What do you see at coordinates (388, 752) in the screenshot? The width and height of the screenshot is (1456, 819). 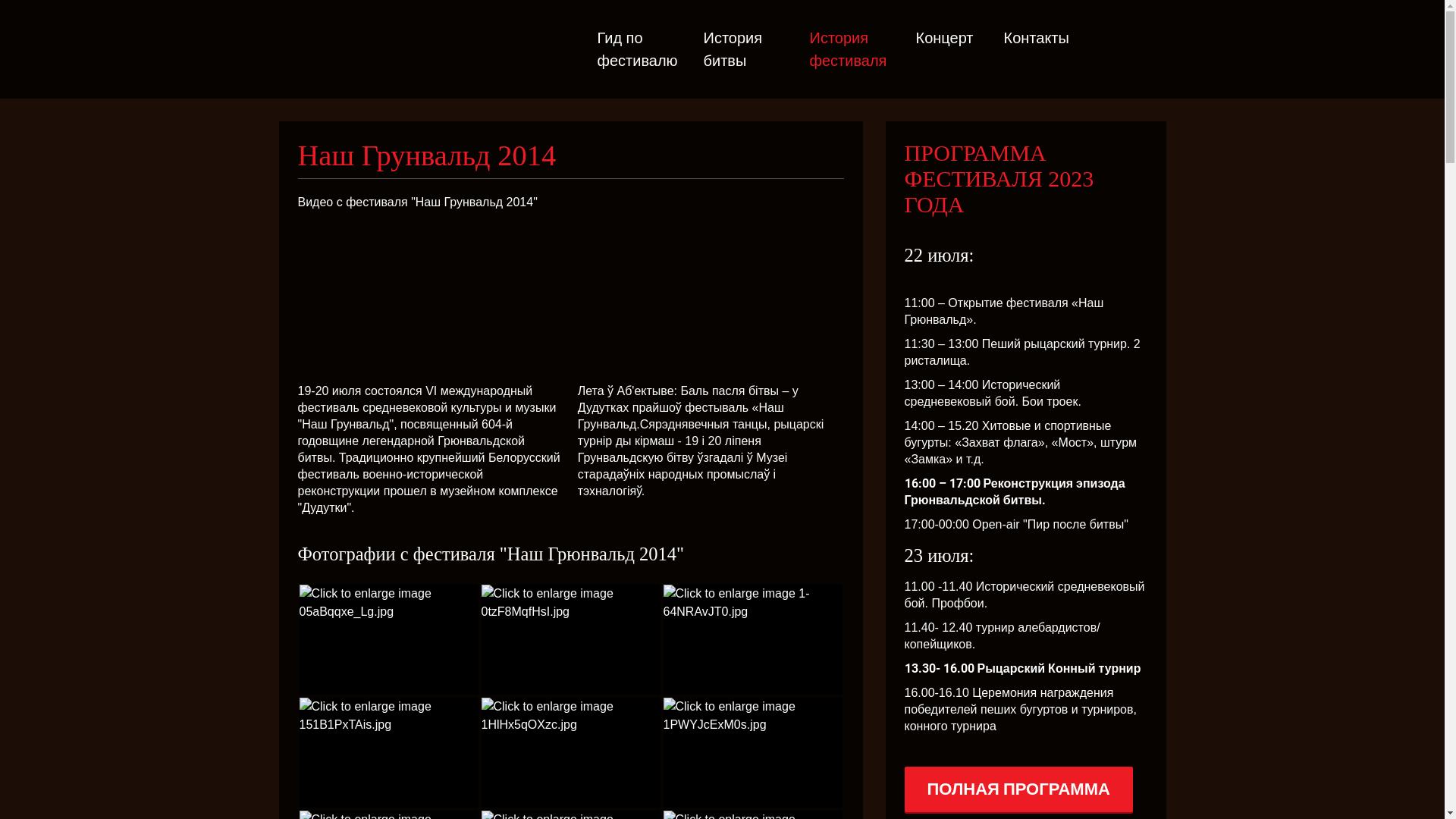 I see `'Click to enlarge image 151B1PxTAis.jpg'` at bounding box center [388, 752].